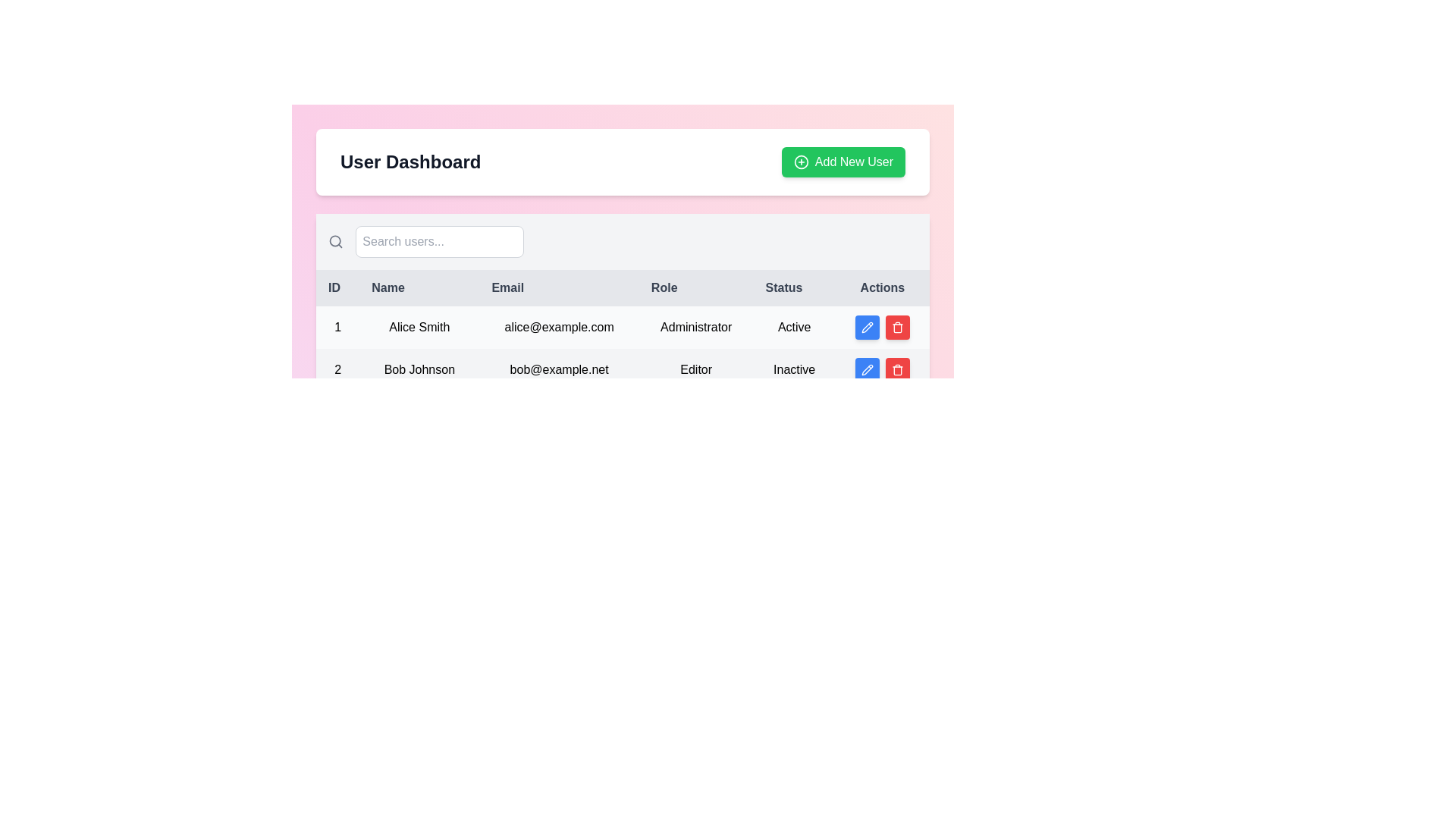  Describe the element at coordinates (867, 370) in the screenshot. I see `the editing icon within the blue button in the 'Actions' column for the second user, Bob Johnson` at that location.